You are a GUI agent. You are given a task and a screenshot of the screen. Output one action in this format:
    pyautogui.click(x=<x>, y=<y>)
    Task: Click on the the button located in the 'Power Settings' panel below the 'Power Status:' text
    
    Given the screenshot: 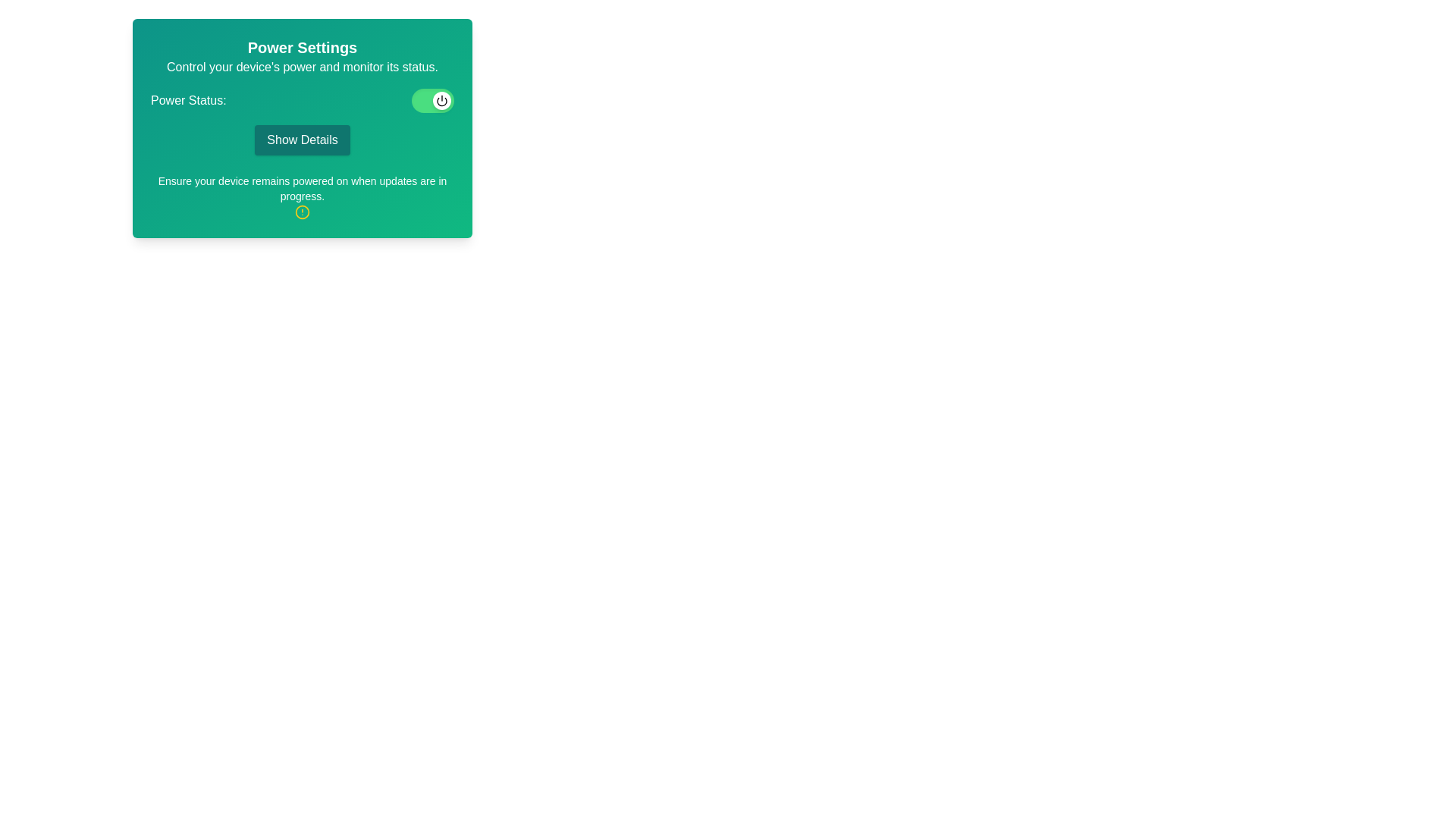 What is the action you would take?
    pyautogui.click(x=302, y=140)
    